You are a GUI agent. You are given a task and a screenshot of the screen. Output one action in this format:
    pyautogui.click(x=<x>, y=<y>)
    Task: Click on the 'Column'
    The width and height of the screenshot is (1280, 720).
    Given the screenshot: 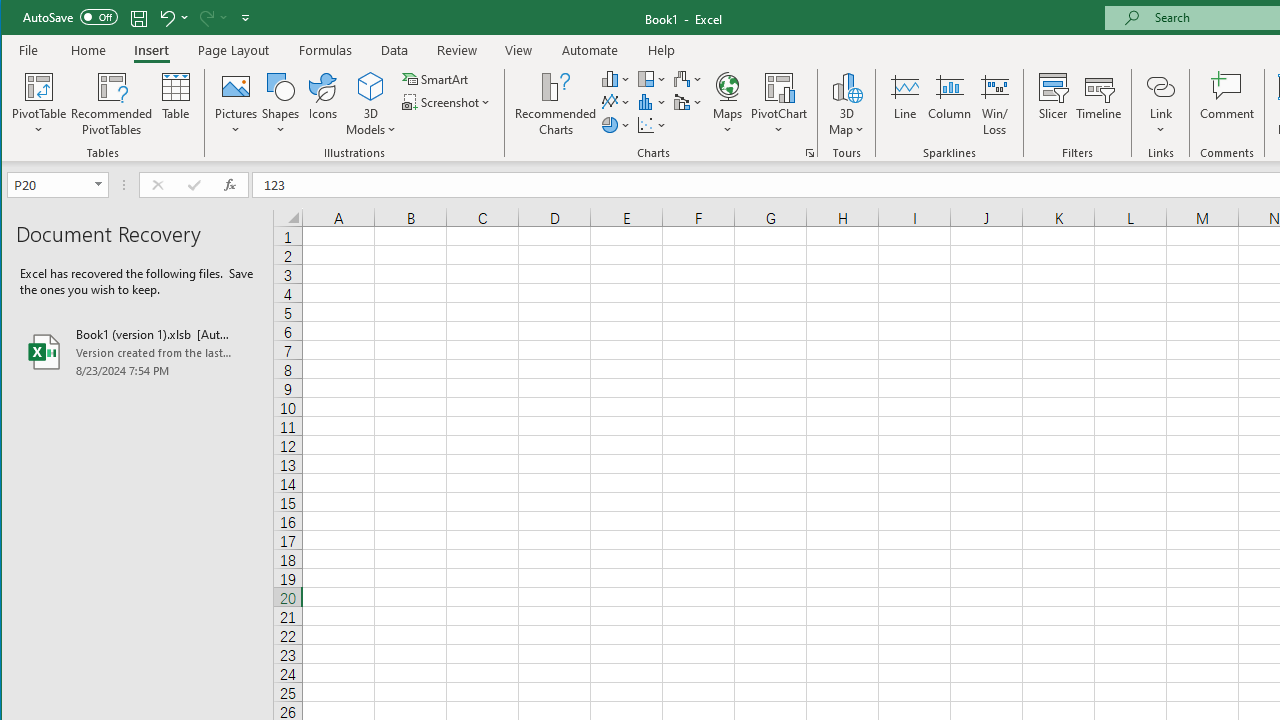 What is the action you would take?
    pyautogui.click(x=948, y=104)
    